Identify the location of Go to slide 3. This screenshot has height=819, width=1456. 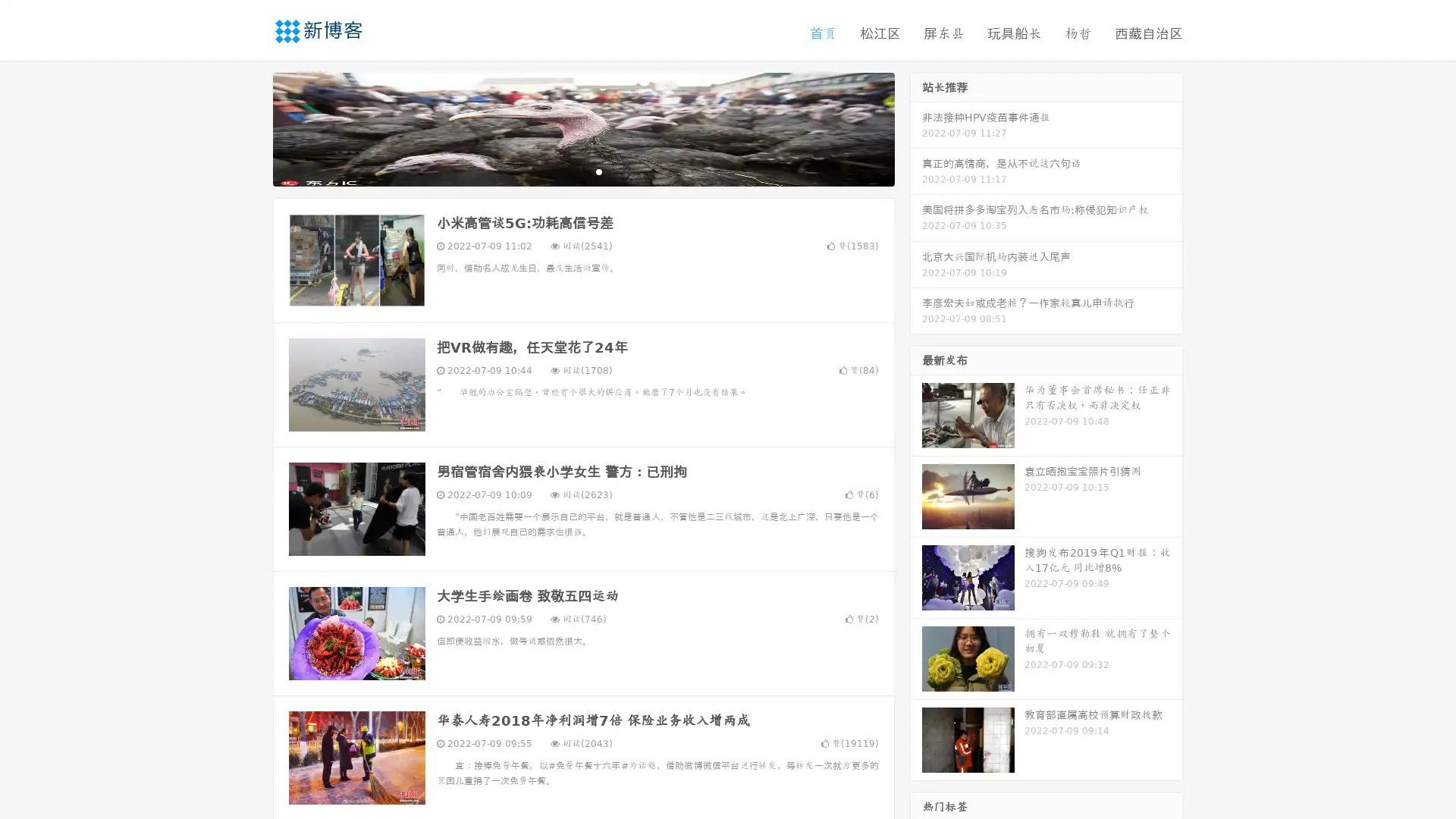
(598, 171).